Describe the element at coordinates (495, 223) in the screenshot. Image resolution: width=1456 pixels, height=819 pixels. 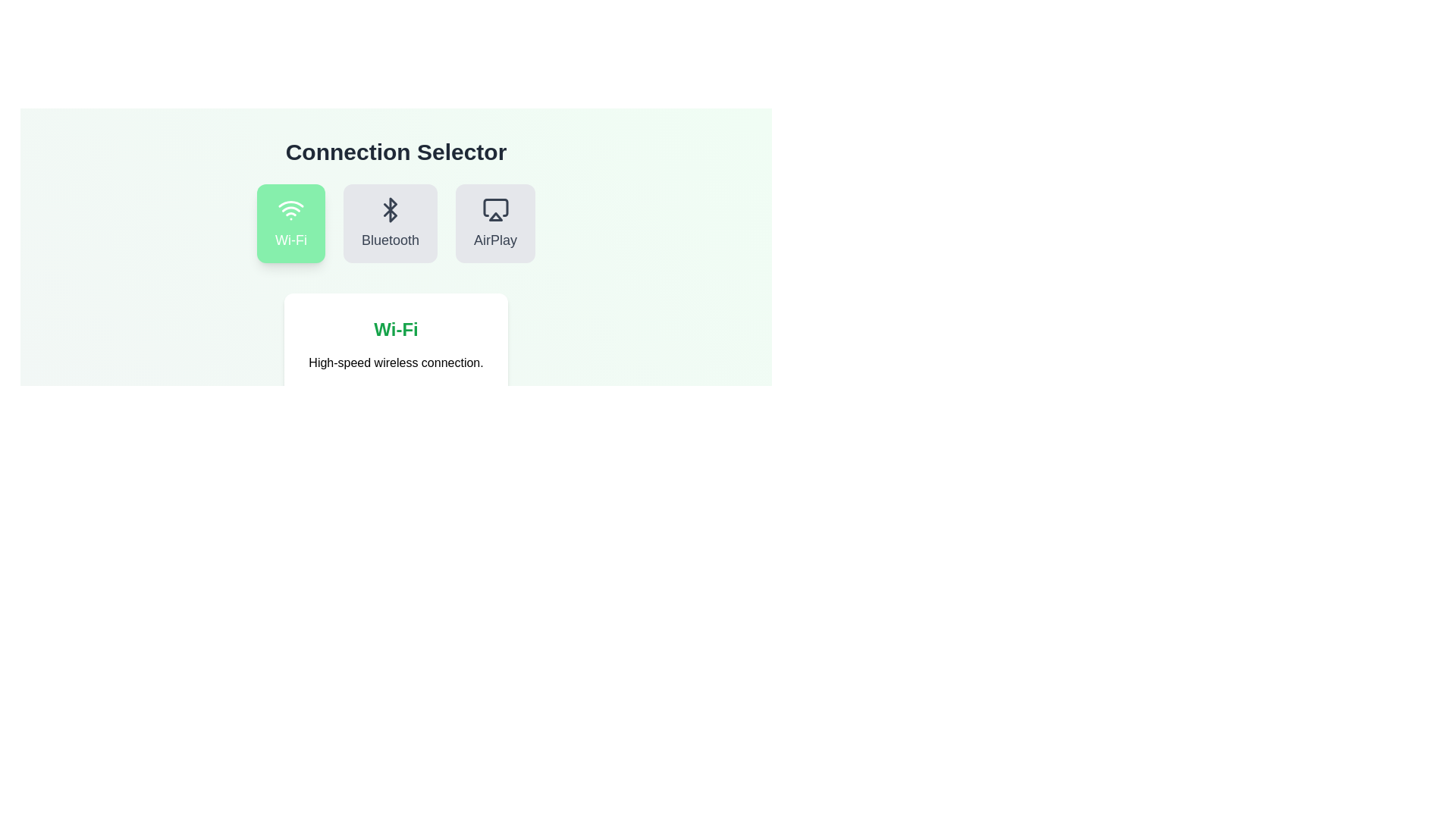
I see `the connection option AirPlay` at that location.